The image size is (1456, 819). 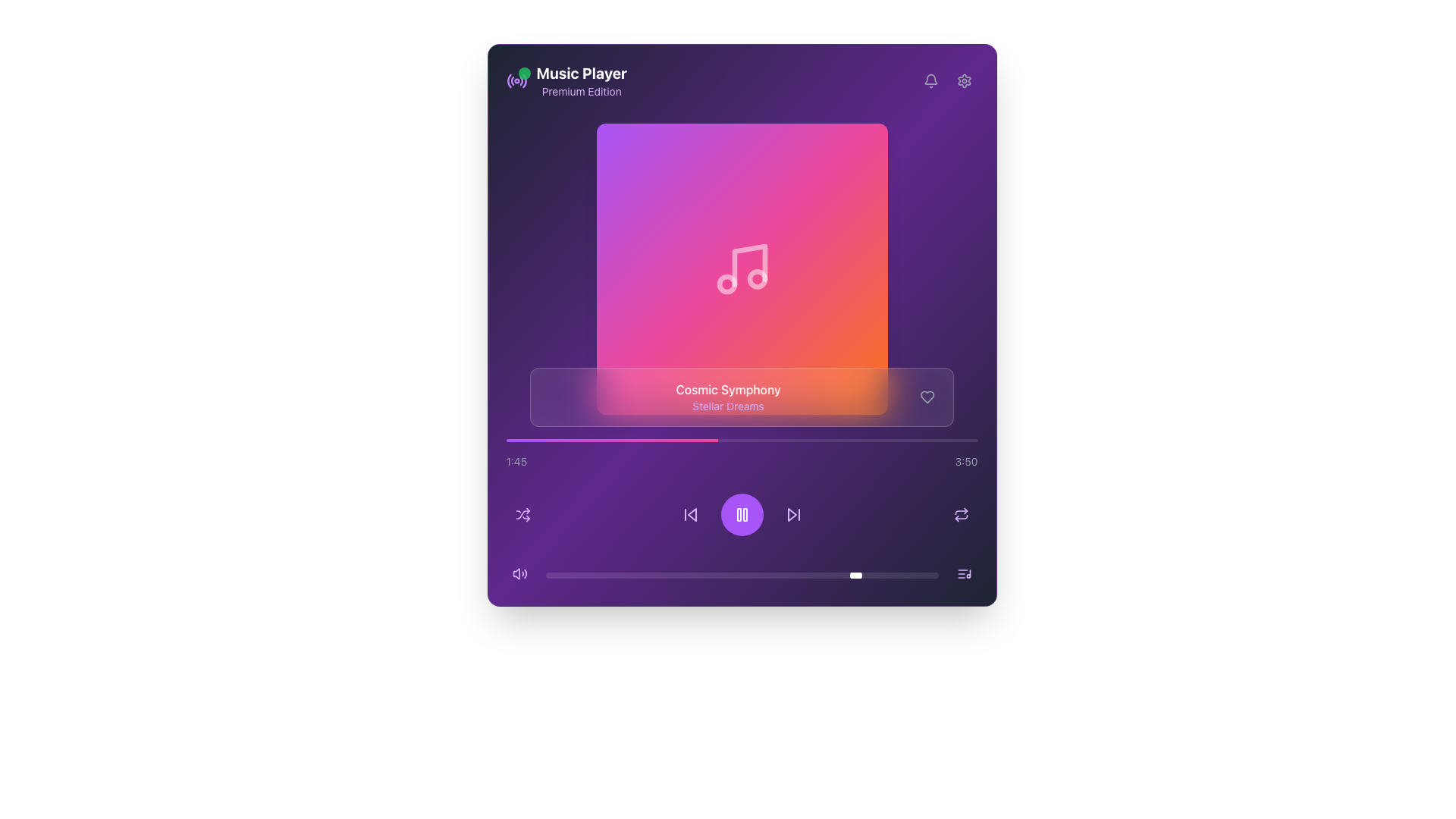 I want to click on the playback position, so click(x=590, y=441).